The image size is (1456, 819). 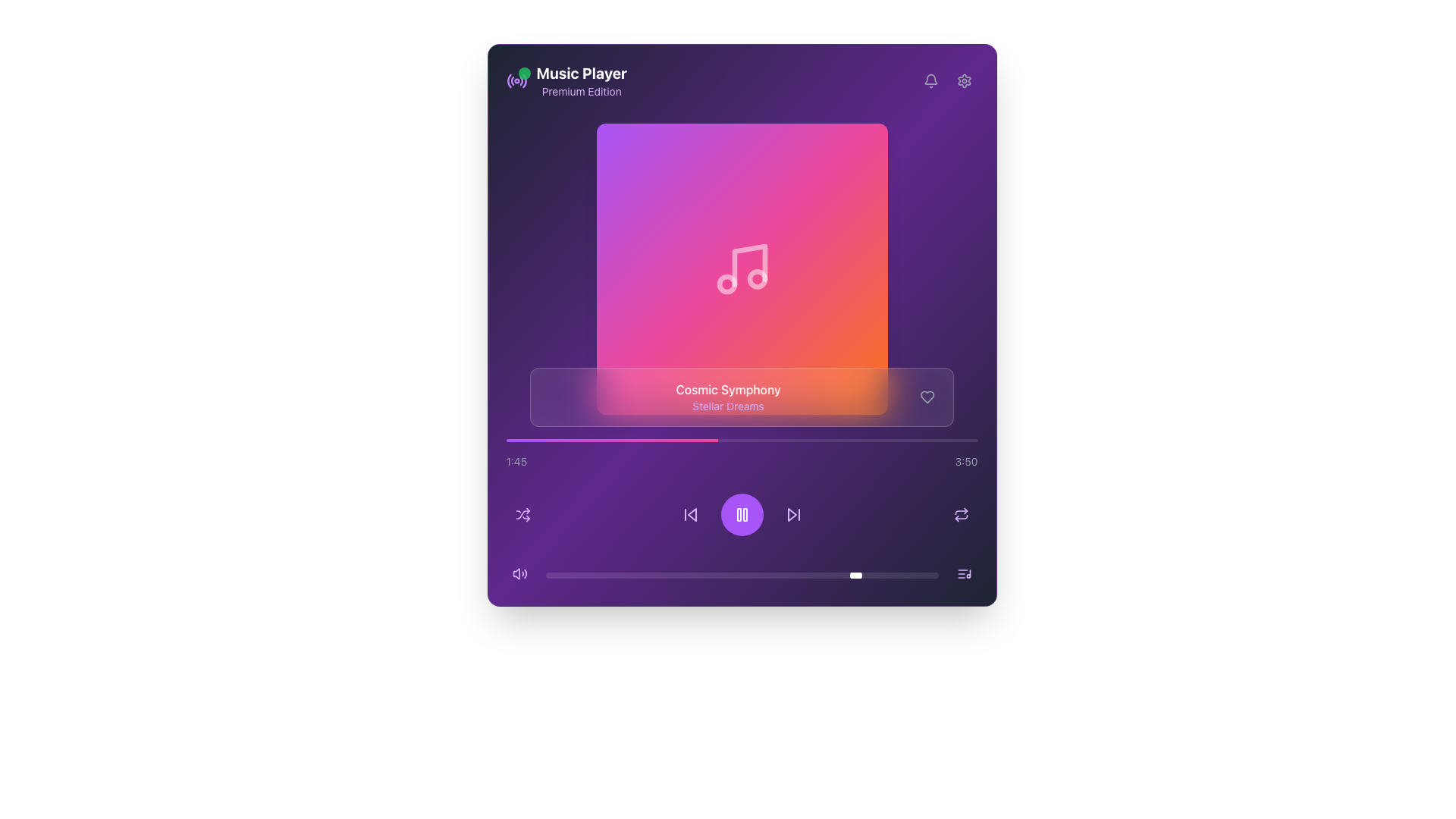 I want to click on the playback position, so click(x=590, y=441).